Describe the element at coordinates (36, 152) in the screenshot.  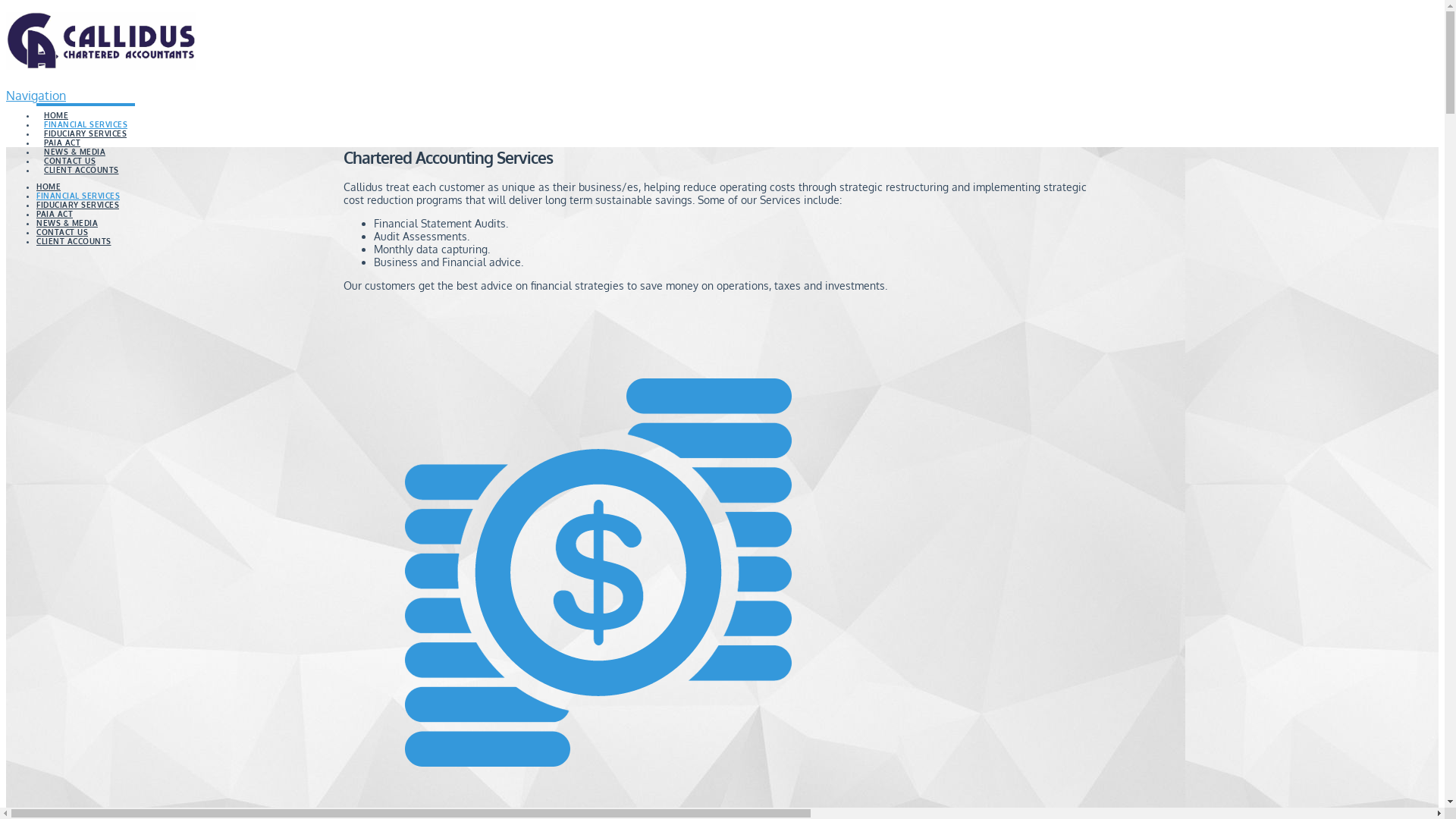
I see `'CONTACT US'` at that location.